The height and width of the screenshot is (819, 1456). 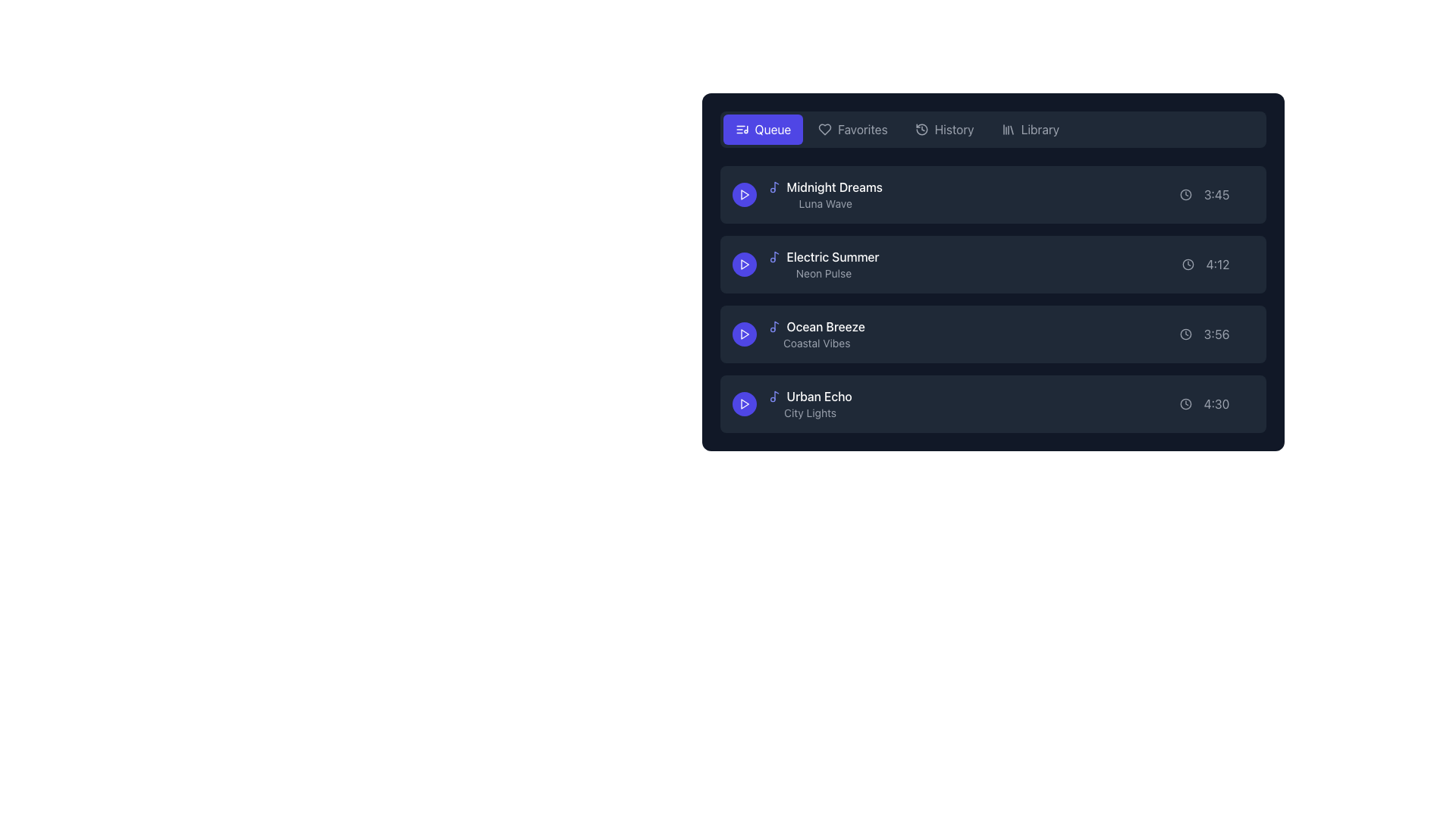 I want to click on the third text label in the 'Queue' section, which displays the track name and associated album or theme, so click(x=816, y=333).